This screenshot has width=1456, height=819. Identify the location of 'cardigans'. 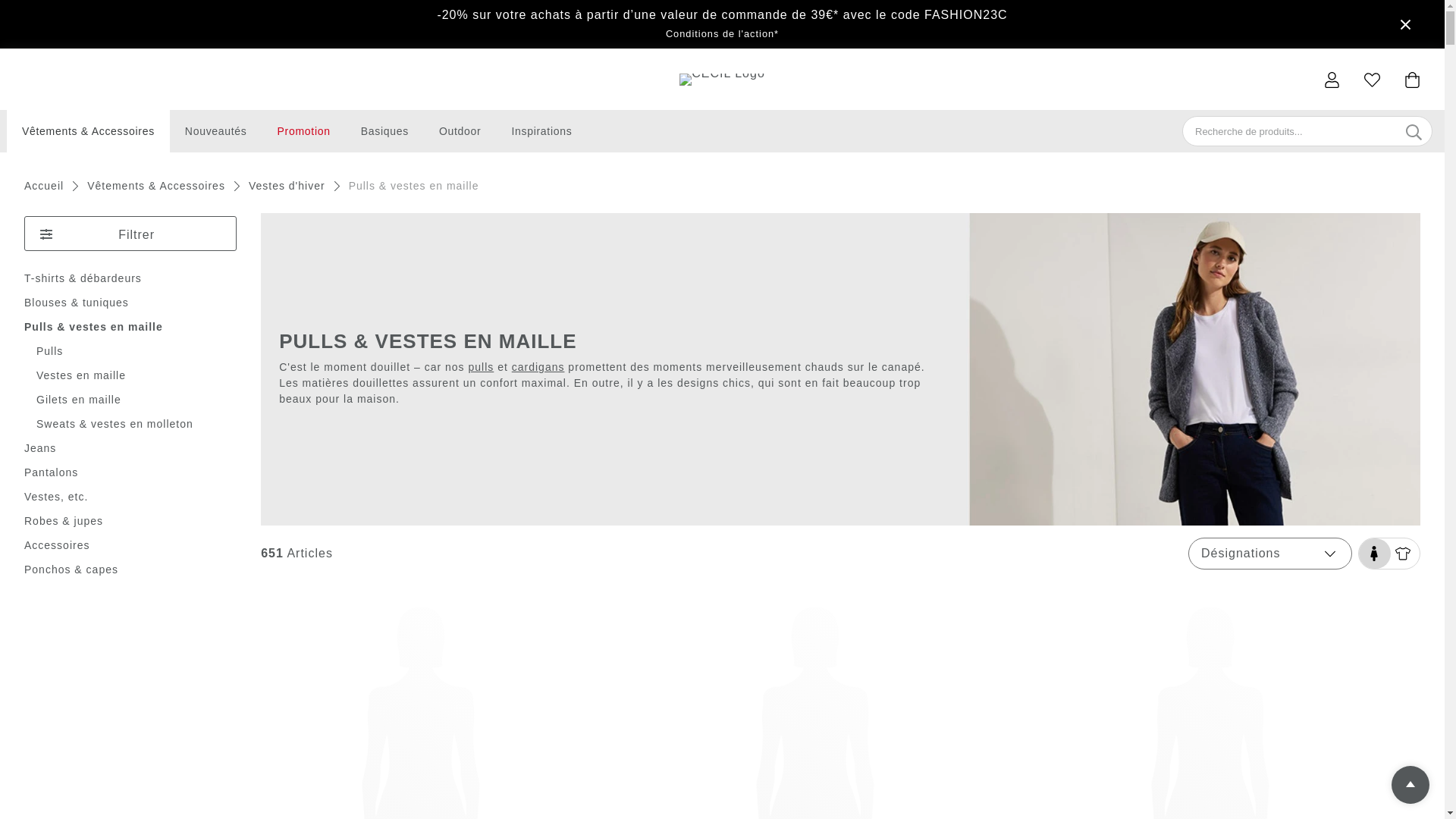
(538, 366).